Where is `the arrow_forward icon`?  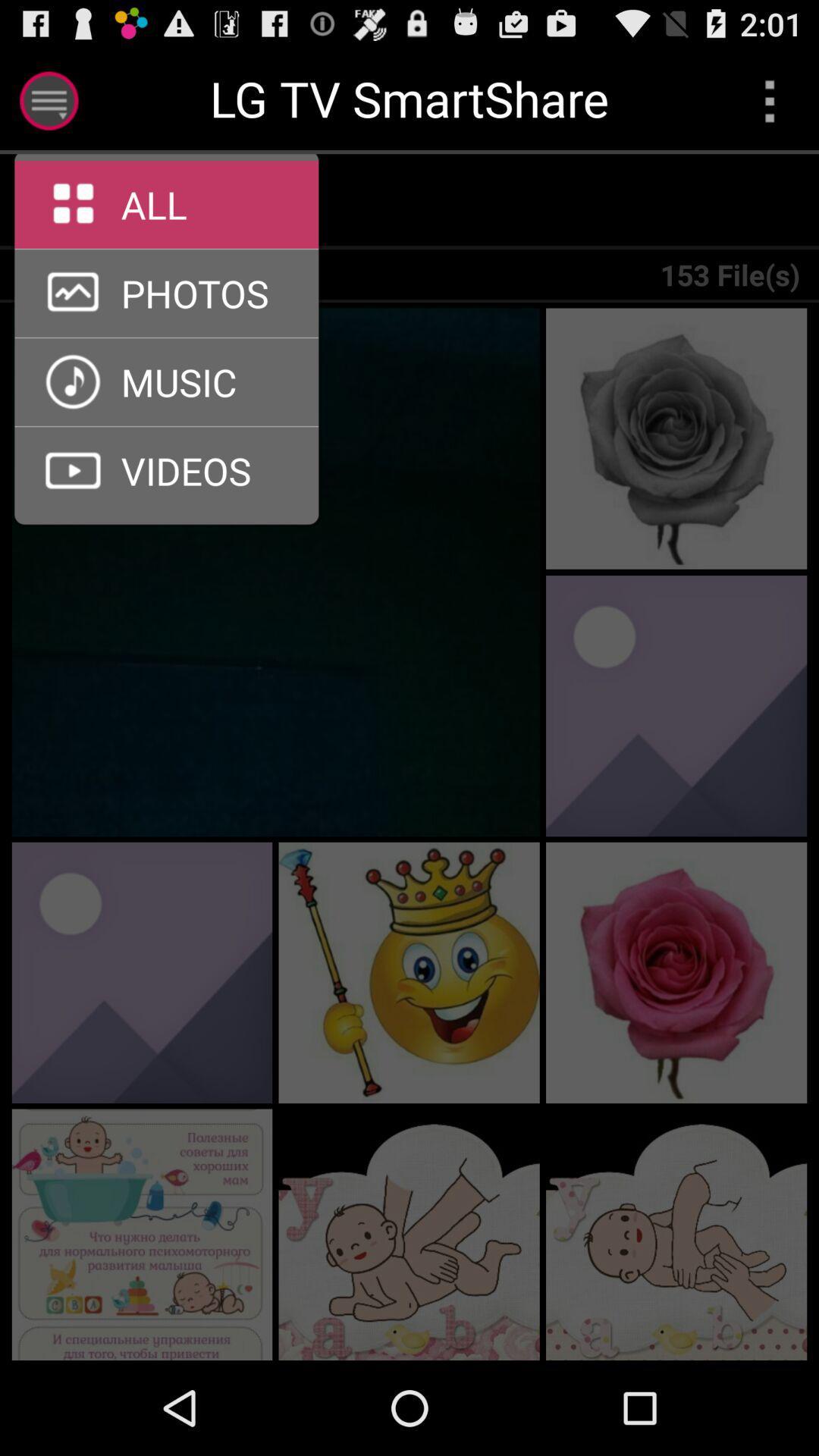 the arrow_forward icon is located at coordinates (166, 266).